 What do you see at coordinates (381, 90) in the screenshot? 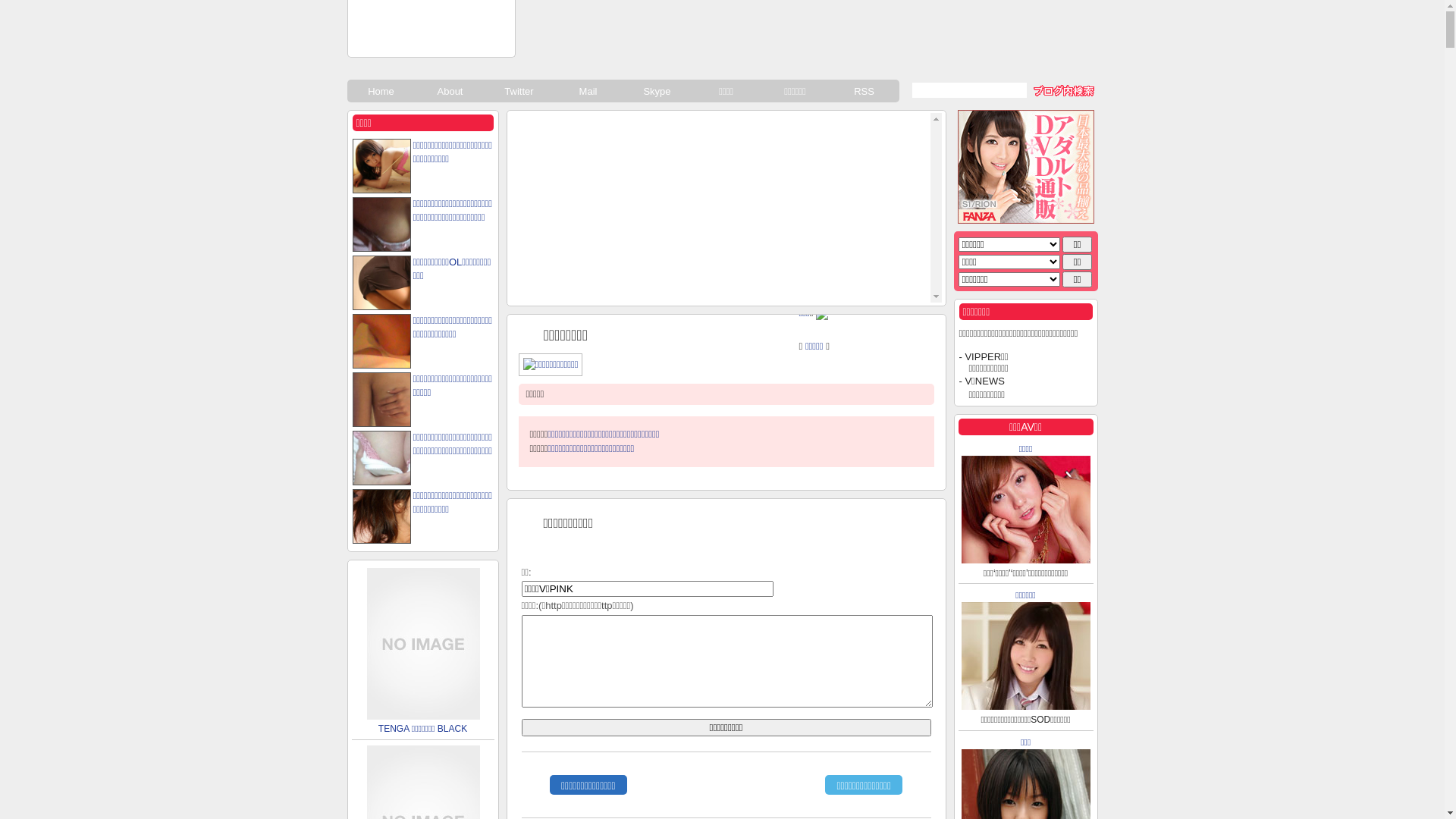
I see `'Home'` at bounding box center [381, 90].